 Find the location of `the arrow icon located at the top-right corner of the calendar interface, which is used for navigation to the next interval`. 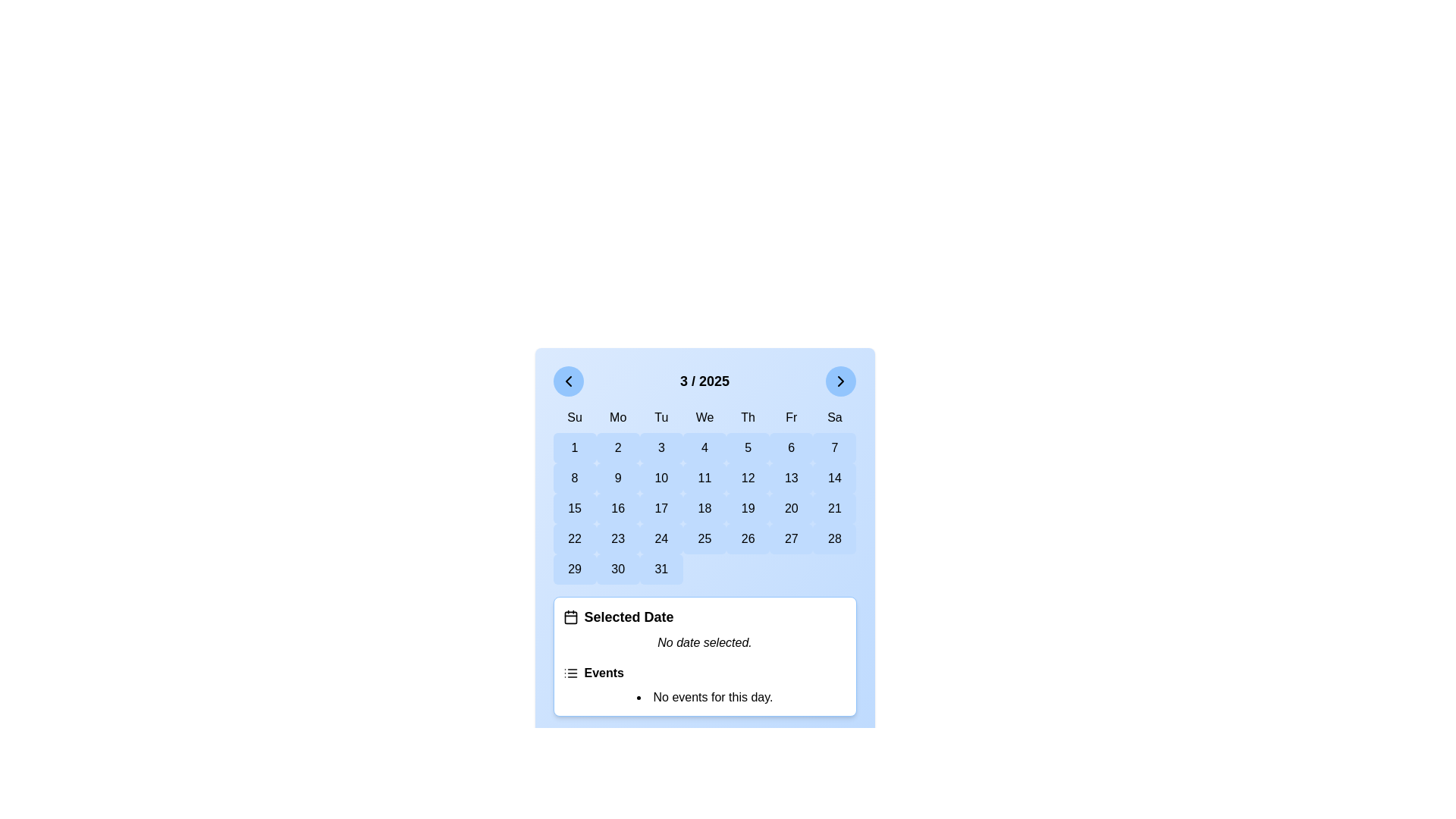

the arrow icon located at the top-right corner of the calendar interface, which is used for navigation to the next interval is located at coordinates (840, 380).